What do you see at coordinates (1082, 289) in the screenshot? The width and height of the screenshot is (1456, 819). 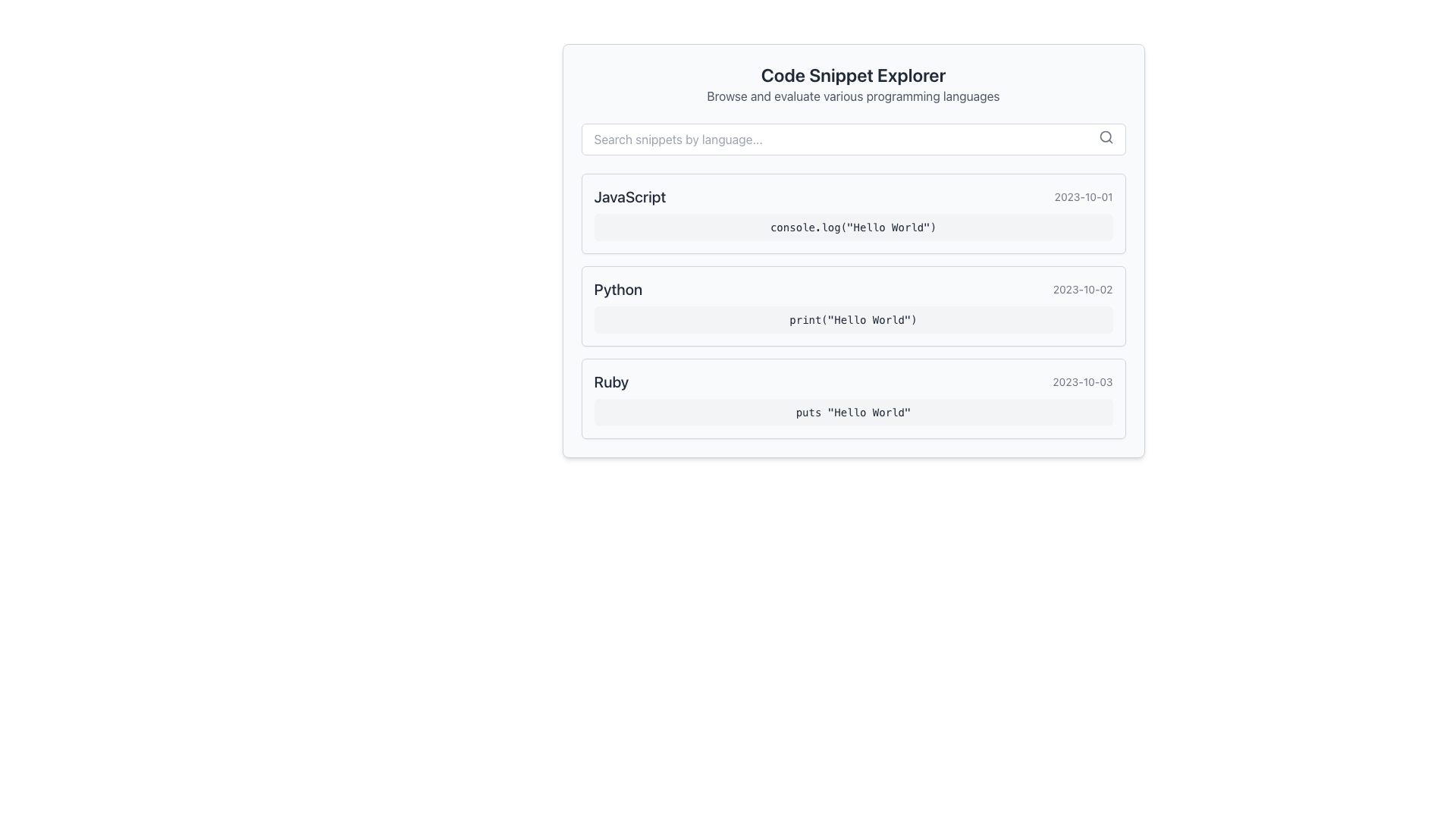 I see `the text label displaying the date '2023-10-02', which is styled with a small font size and gray color, located at the top-right corner of the row labeled 'Python'` at bounding box center [1082, 289].